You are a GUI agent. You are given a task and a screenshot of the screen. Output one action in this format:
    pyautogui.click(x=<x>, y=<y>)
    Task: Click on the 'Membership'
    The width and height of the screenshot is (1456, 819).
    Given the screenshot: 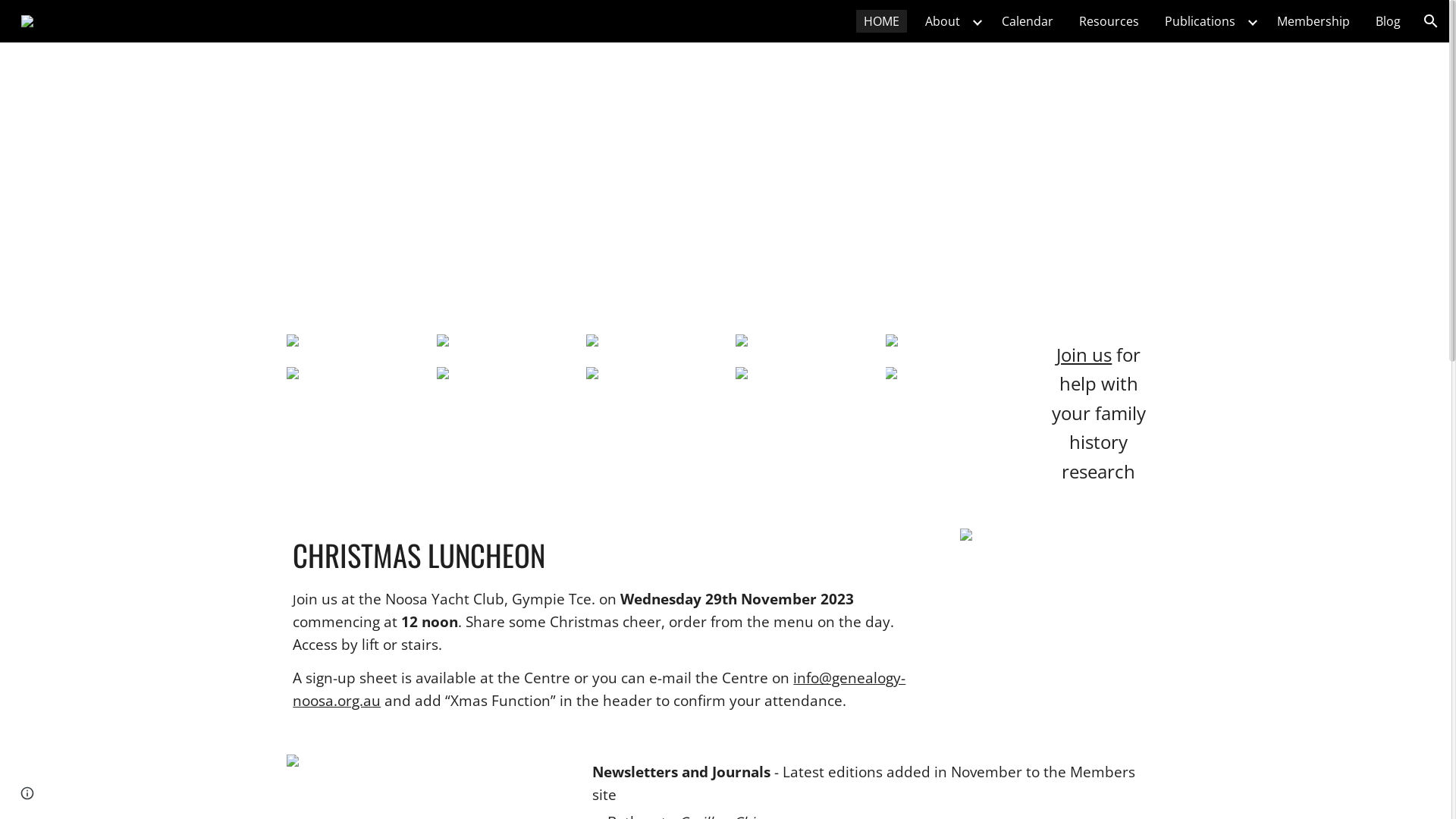 What is the action you would take?
    pyautogui.click(x=1313, y=20)
    